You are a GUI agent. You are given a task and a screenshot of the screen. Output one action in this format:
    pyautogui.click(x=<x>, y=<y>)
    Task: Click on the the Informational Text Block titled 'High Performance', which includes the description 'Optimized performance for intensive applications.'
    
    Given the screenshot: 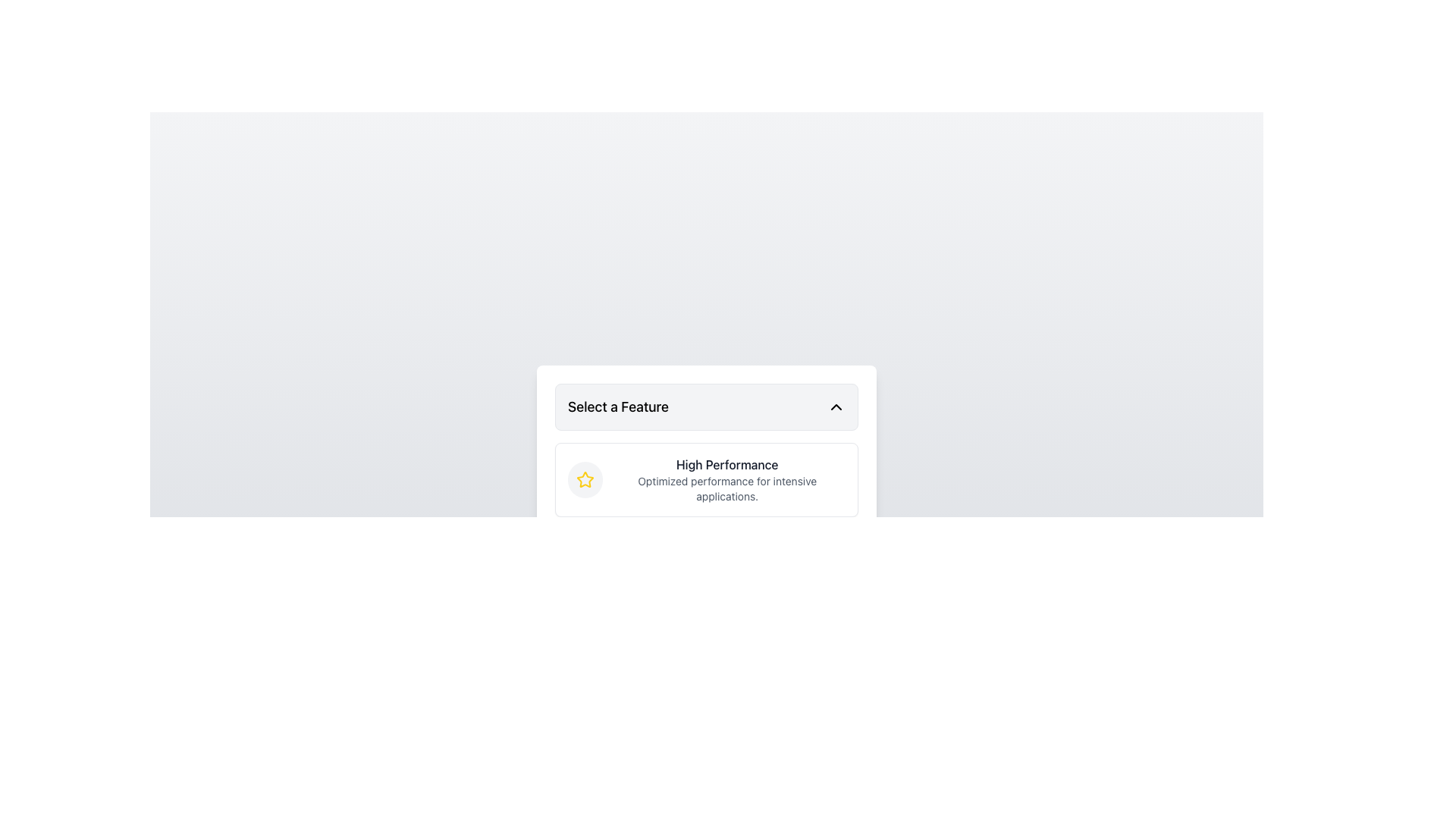 What is the action you would take?
    pyautogui.click(x=726, y=479)
    